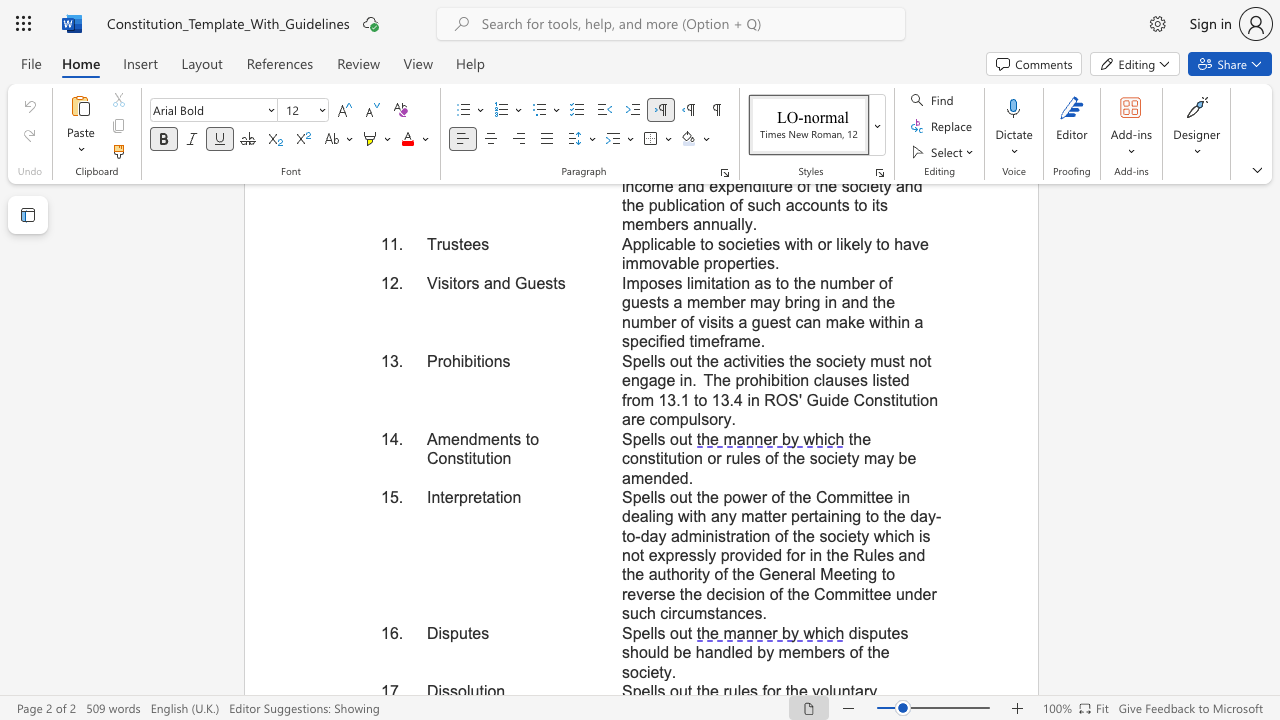  I want to click on the subset text "s to Consti" within the text "Amendments to Constitution", so click(513, 438).